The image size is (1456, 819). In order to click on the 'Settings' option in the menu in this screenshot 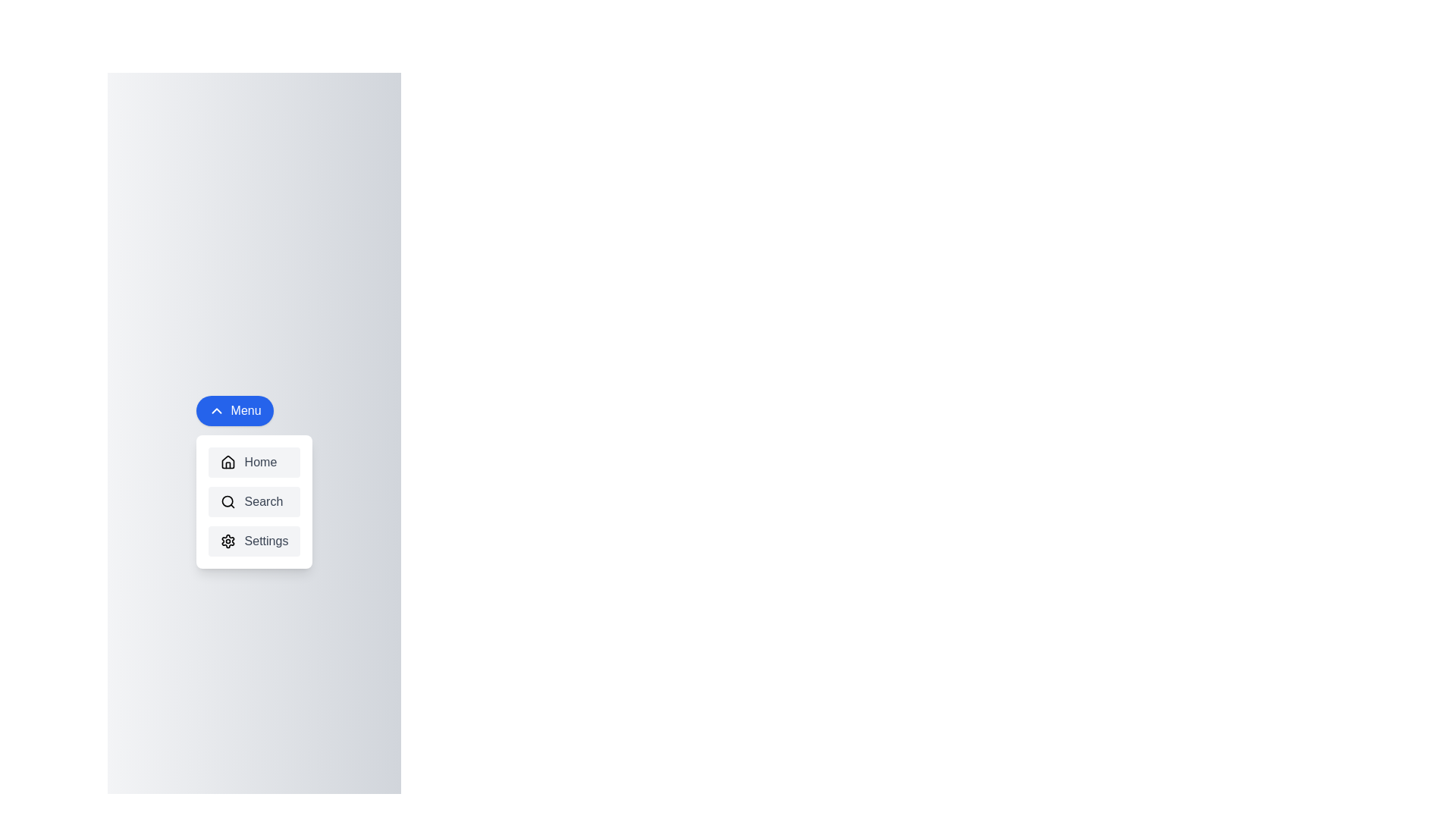, I will do `click(254, 540)`.